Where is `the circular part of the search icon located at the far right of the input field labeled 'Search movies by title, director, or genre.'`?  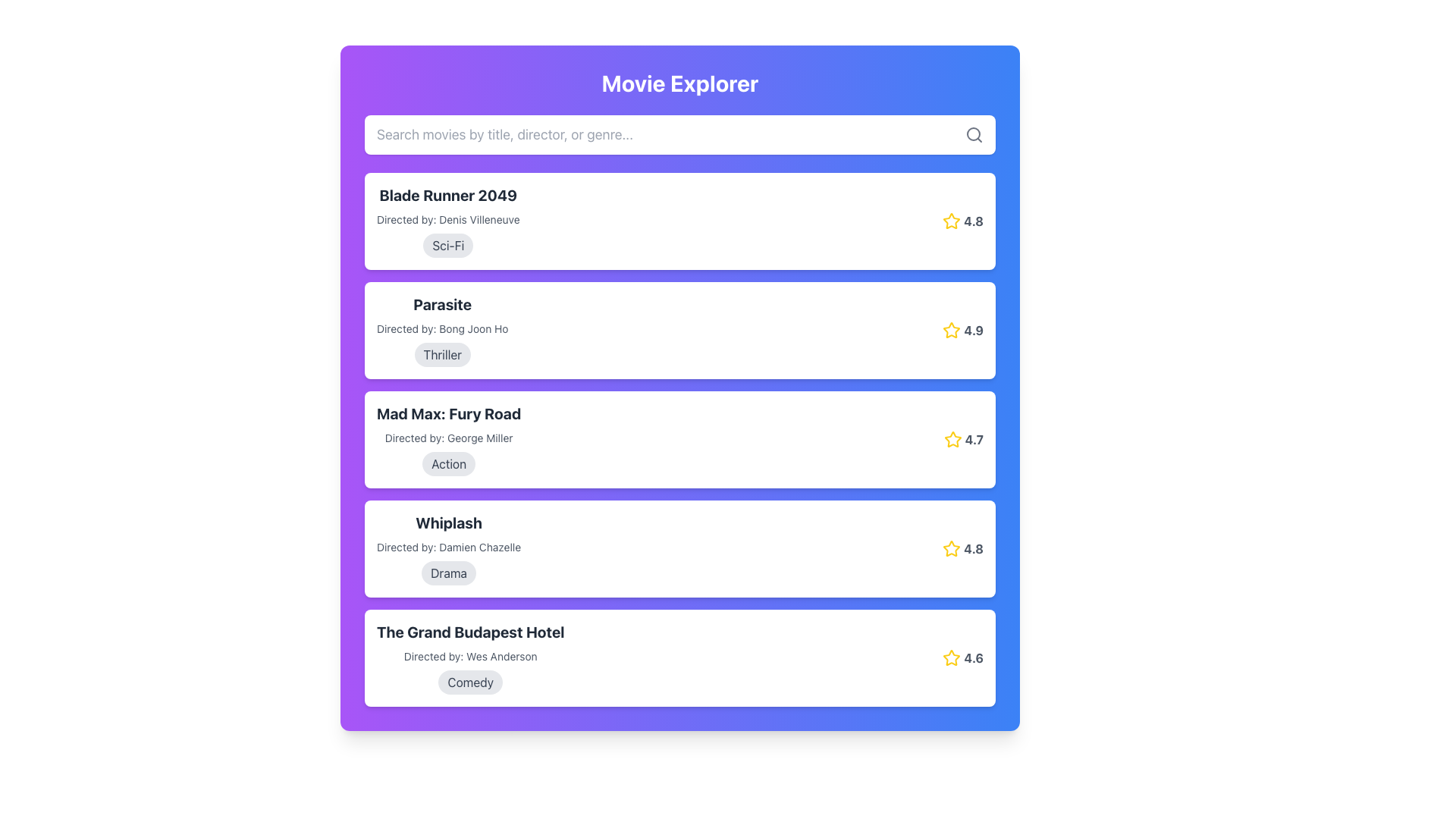 the circular part of the search icon located at the far right of the input field labeled 'Search movies by title, director, or genre.' is located at coordinates (973, 133).